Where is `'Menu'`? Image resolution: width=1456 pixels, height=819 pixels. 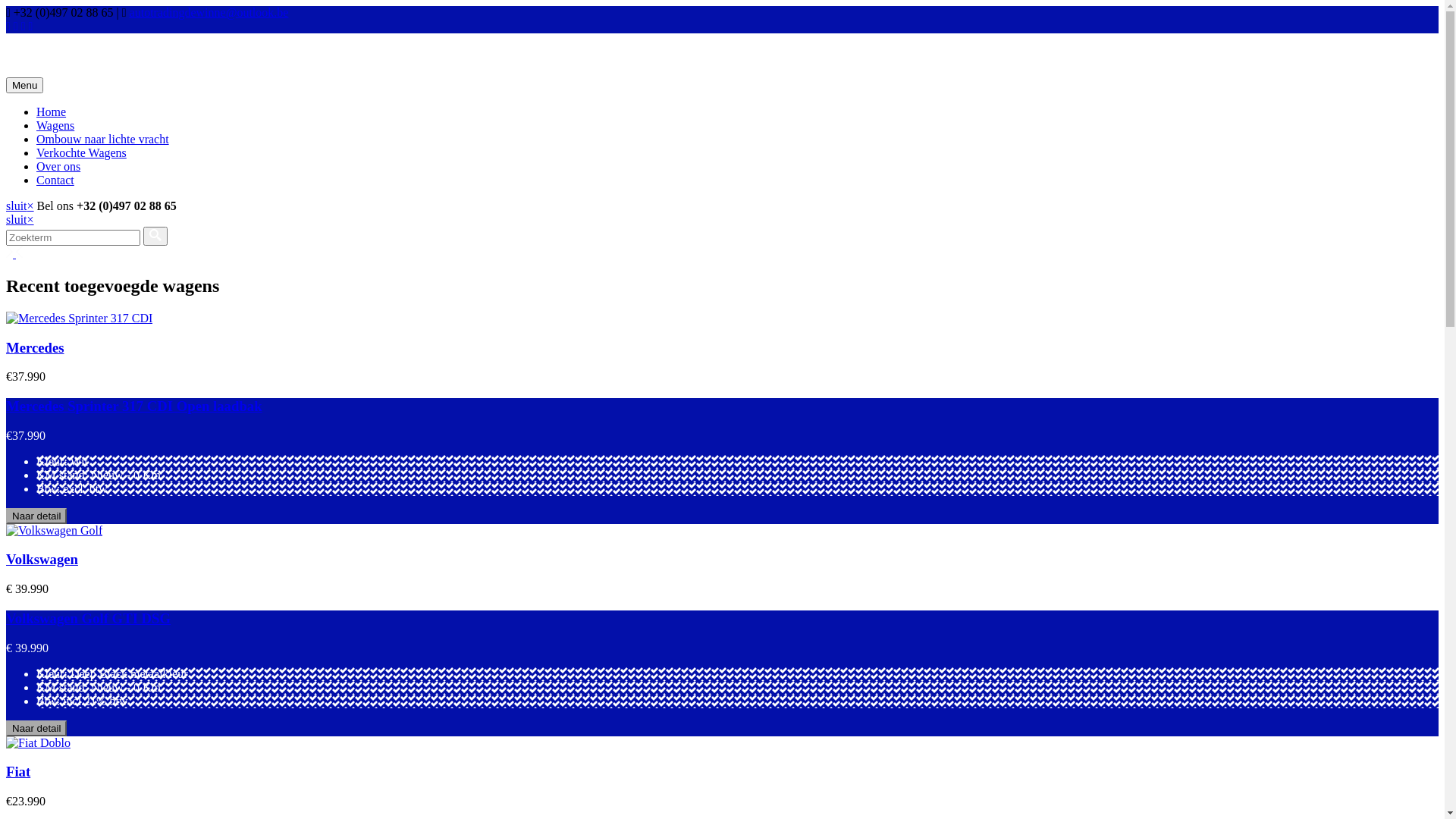
'Menu' is located at coordinates (24, 85).